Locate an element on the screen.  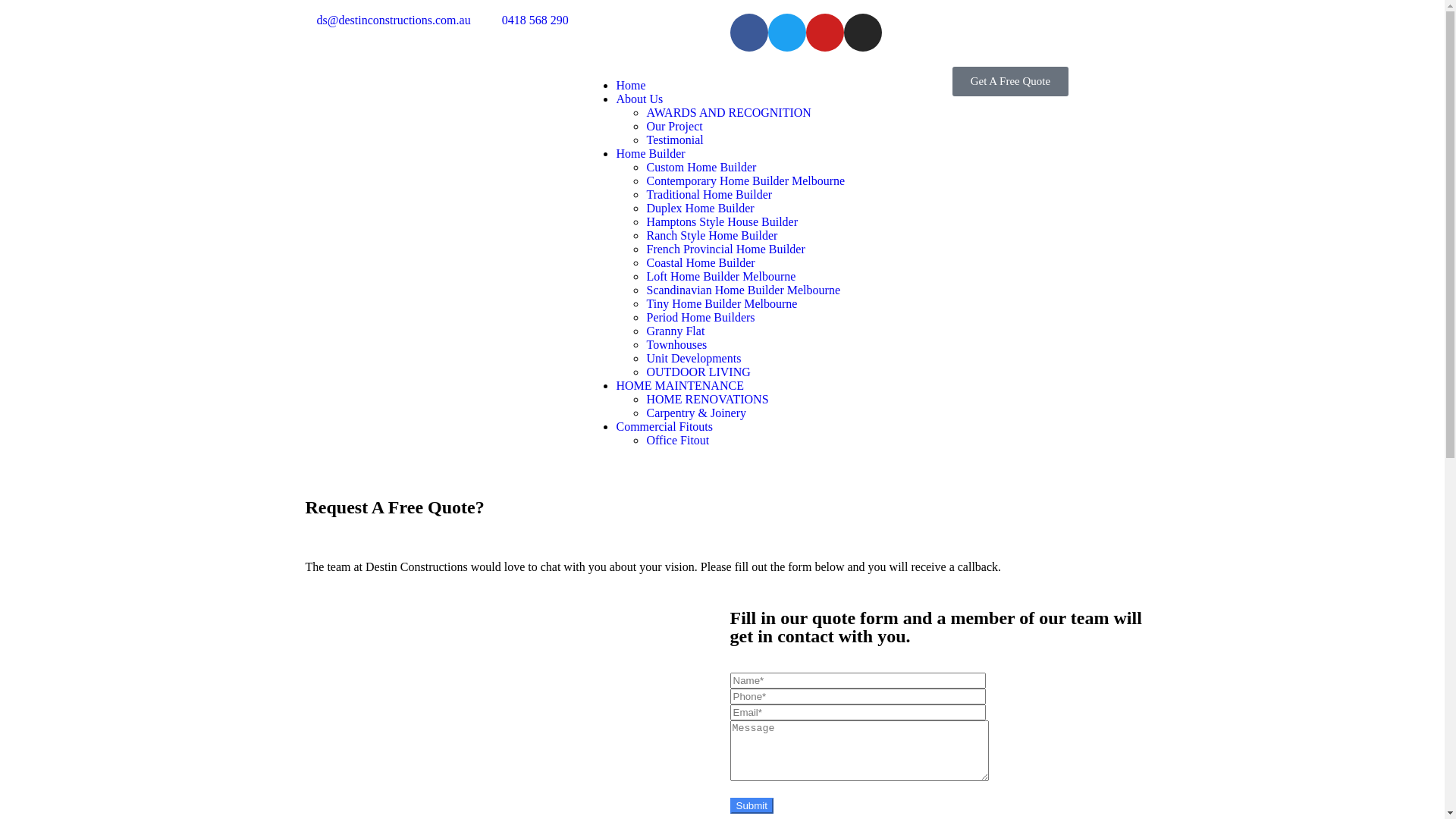
'French Provincial Home Builder' is located at coordinates (645, 248).